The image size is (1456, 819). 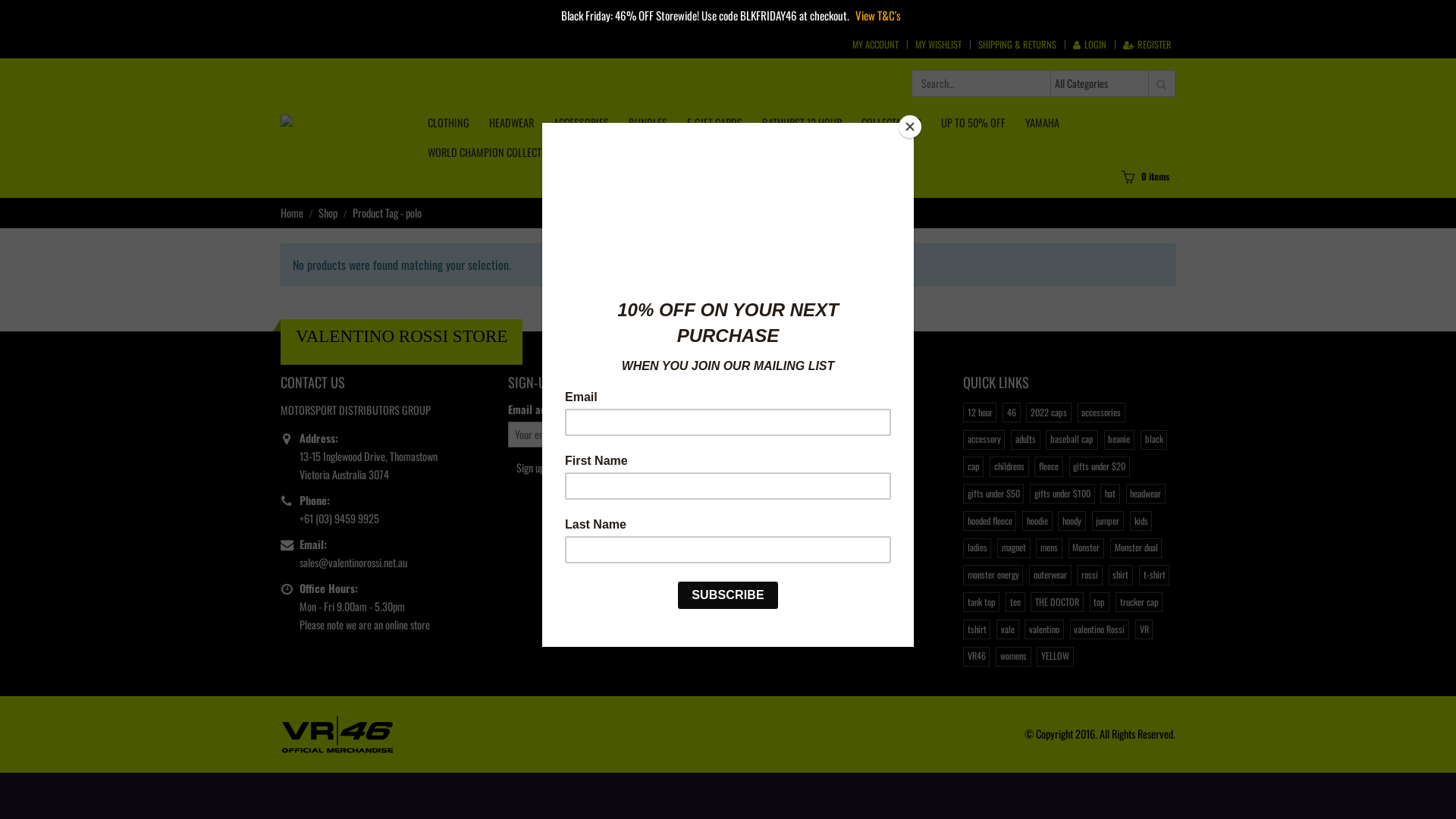 I want to click on 'WORLD CHAMPION COLLECTION', so click(x=419, y=152).